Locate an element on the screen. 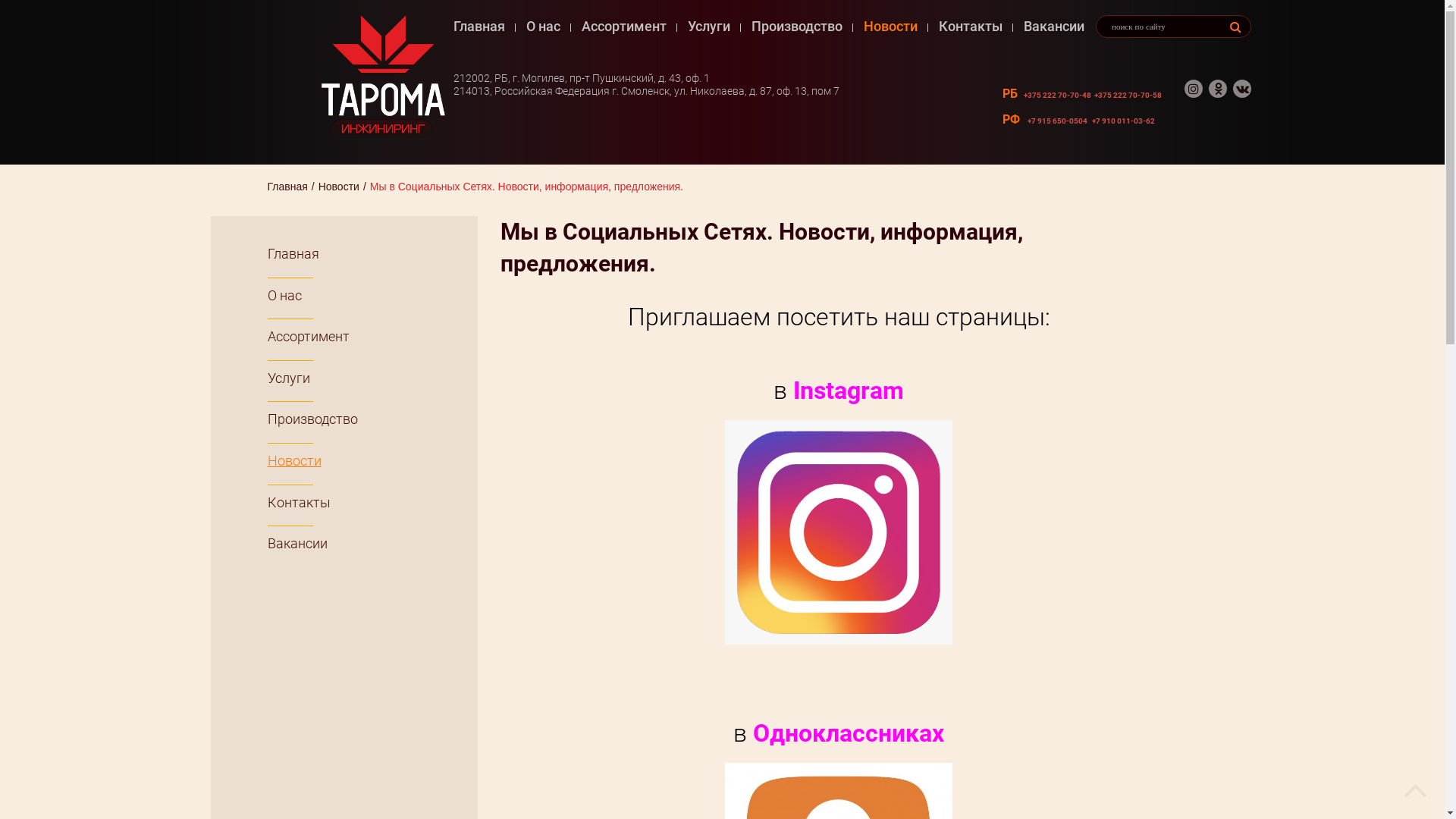 The image size is (1456, 819). '+375 222 70-70-48' is located at coordinates (1056, 95).